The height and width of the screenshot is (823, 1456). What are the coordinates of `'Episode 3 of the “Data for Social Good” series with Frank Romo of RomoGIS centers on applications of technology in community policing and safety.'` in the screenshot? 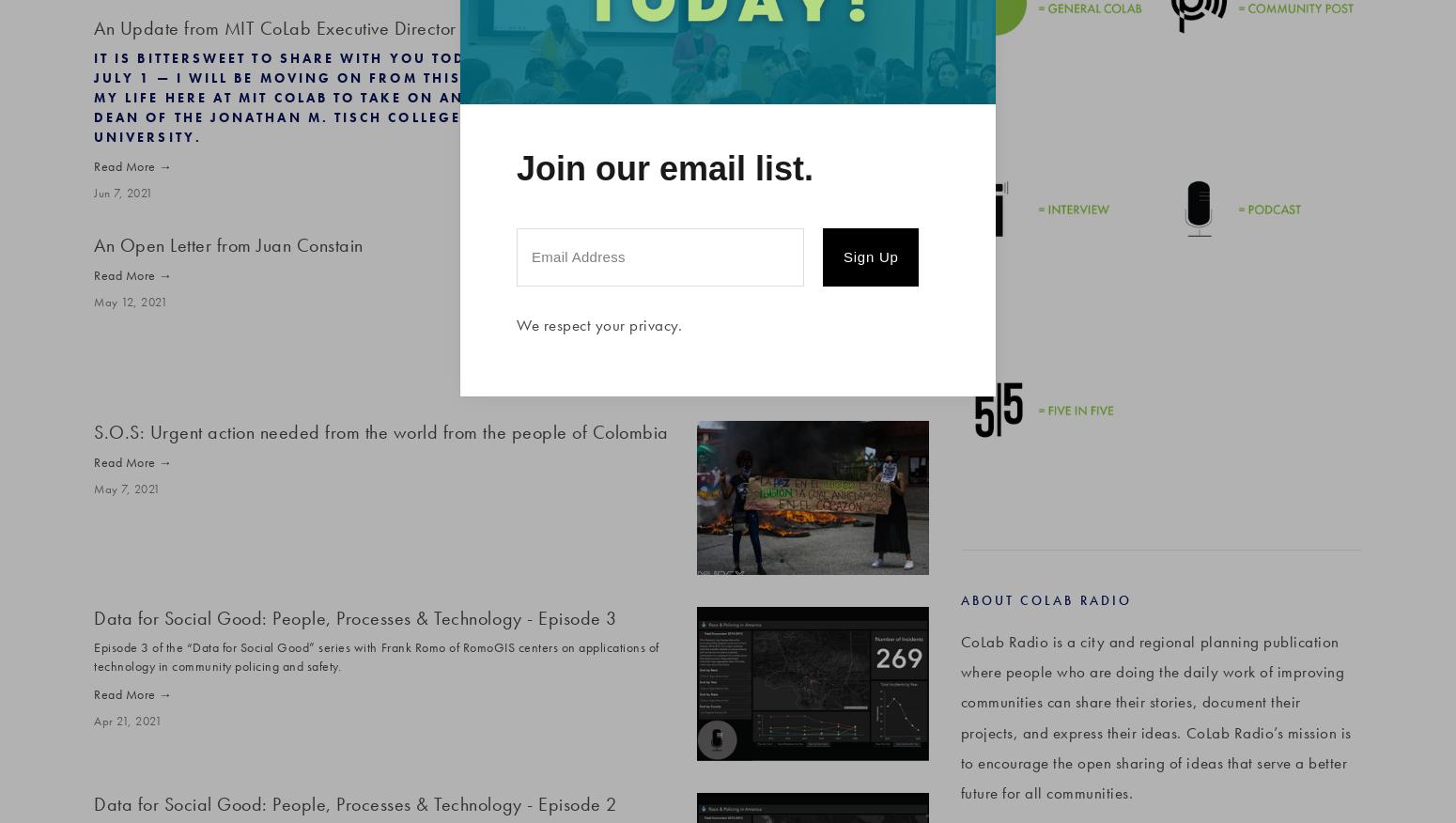 It's located at (376, 655).